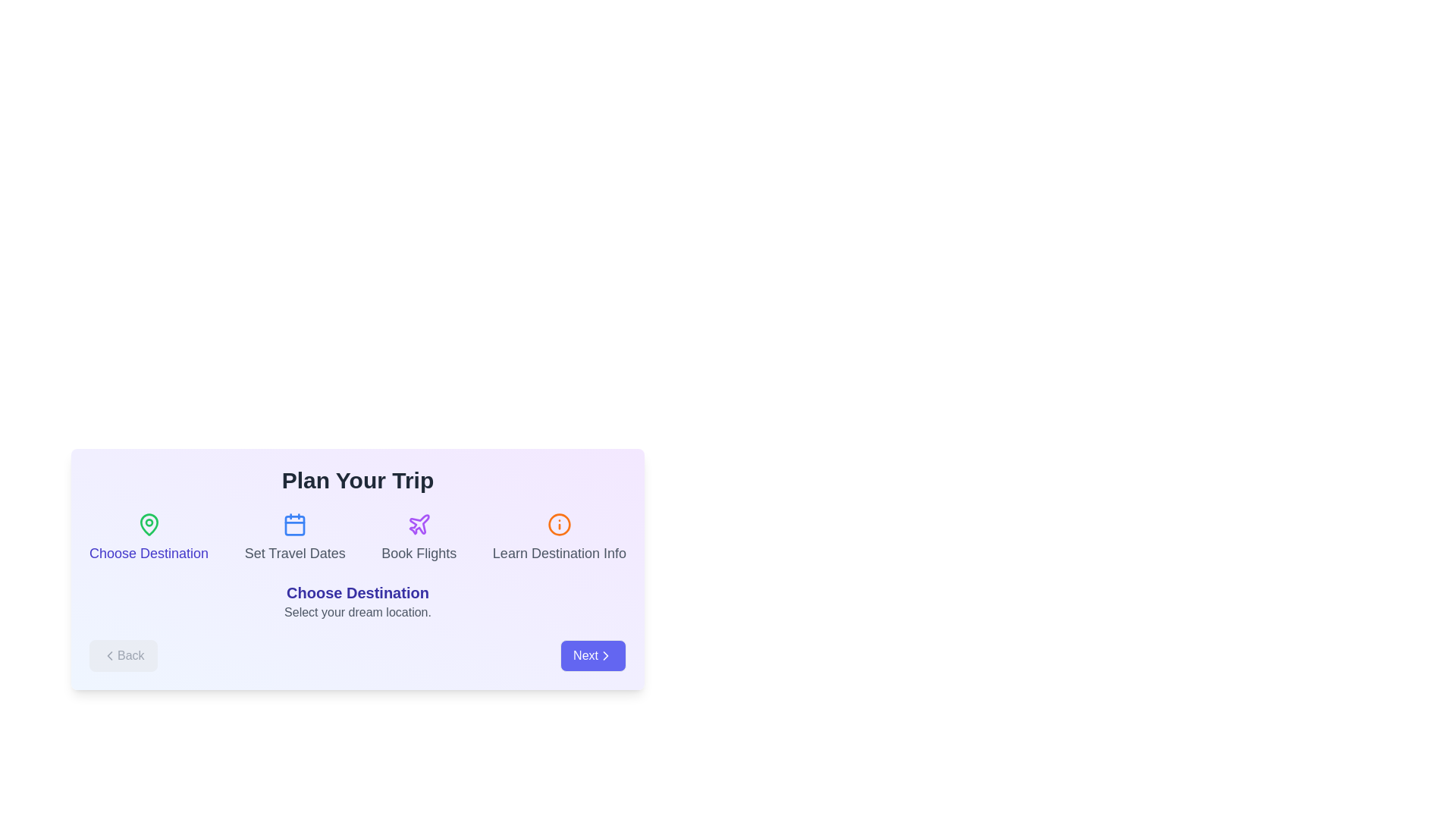  I want to click on the purple airplane icon that symbolizes 'Book Flights', positioned third in the navigation row above its label, so click(419, 523).